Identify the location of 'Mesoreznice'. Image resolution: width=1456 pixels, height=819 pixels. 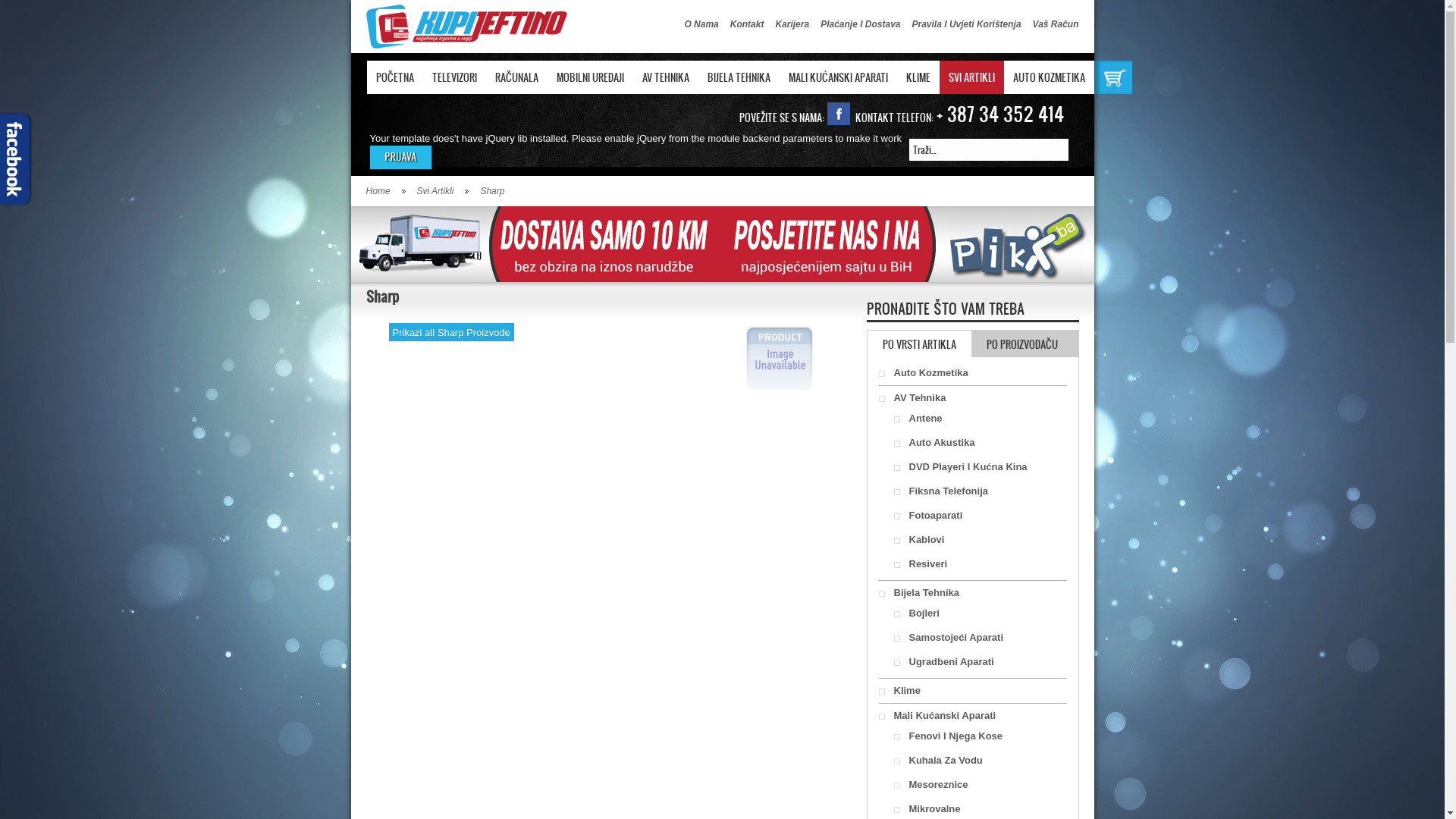
(979, 784).